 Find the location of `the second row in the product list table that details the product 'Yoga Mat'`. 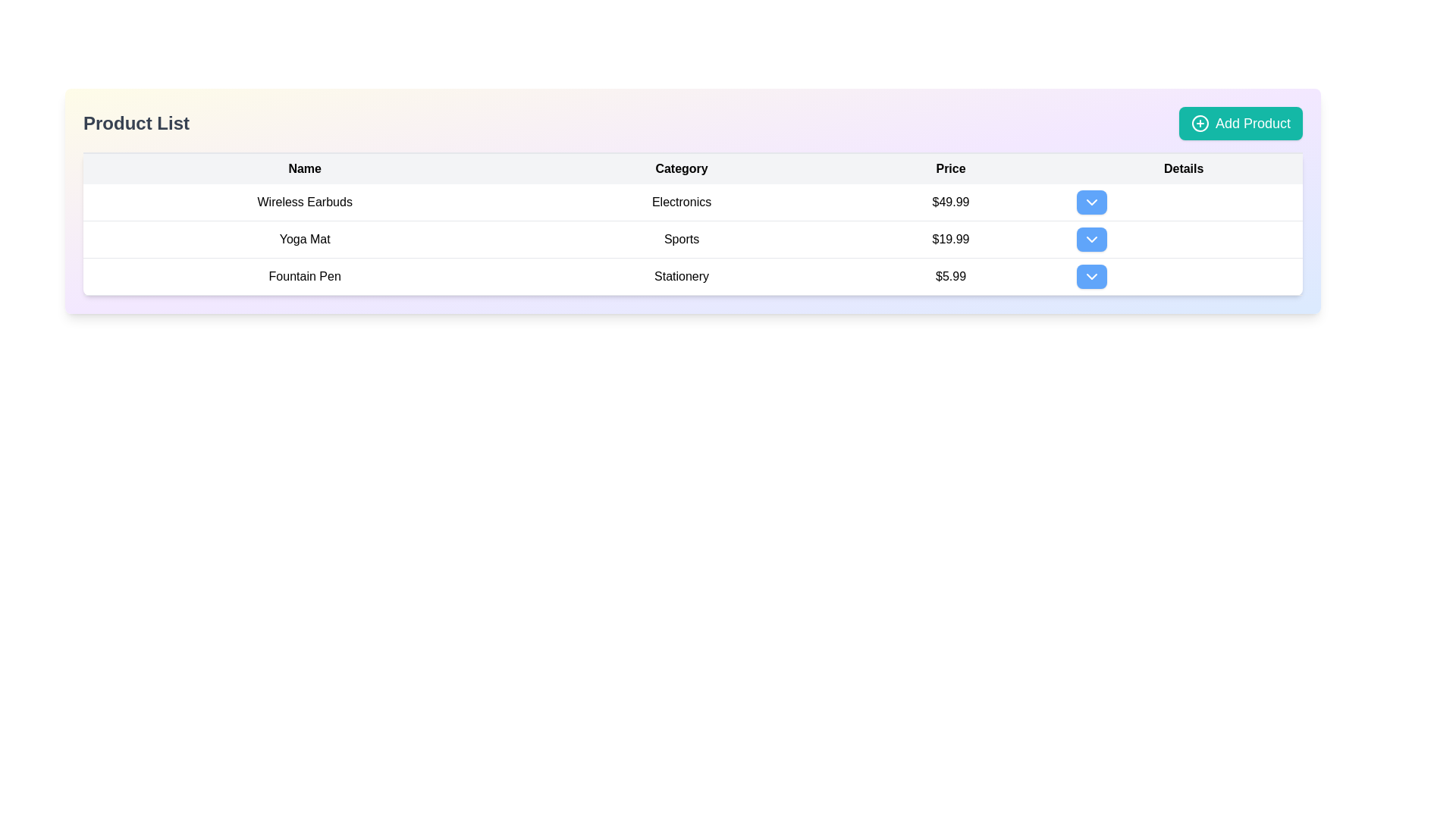

the second row in the product list table that details the product 'Yoga Mat' is located at coordinates (692, 239).